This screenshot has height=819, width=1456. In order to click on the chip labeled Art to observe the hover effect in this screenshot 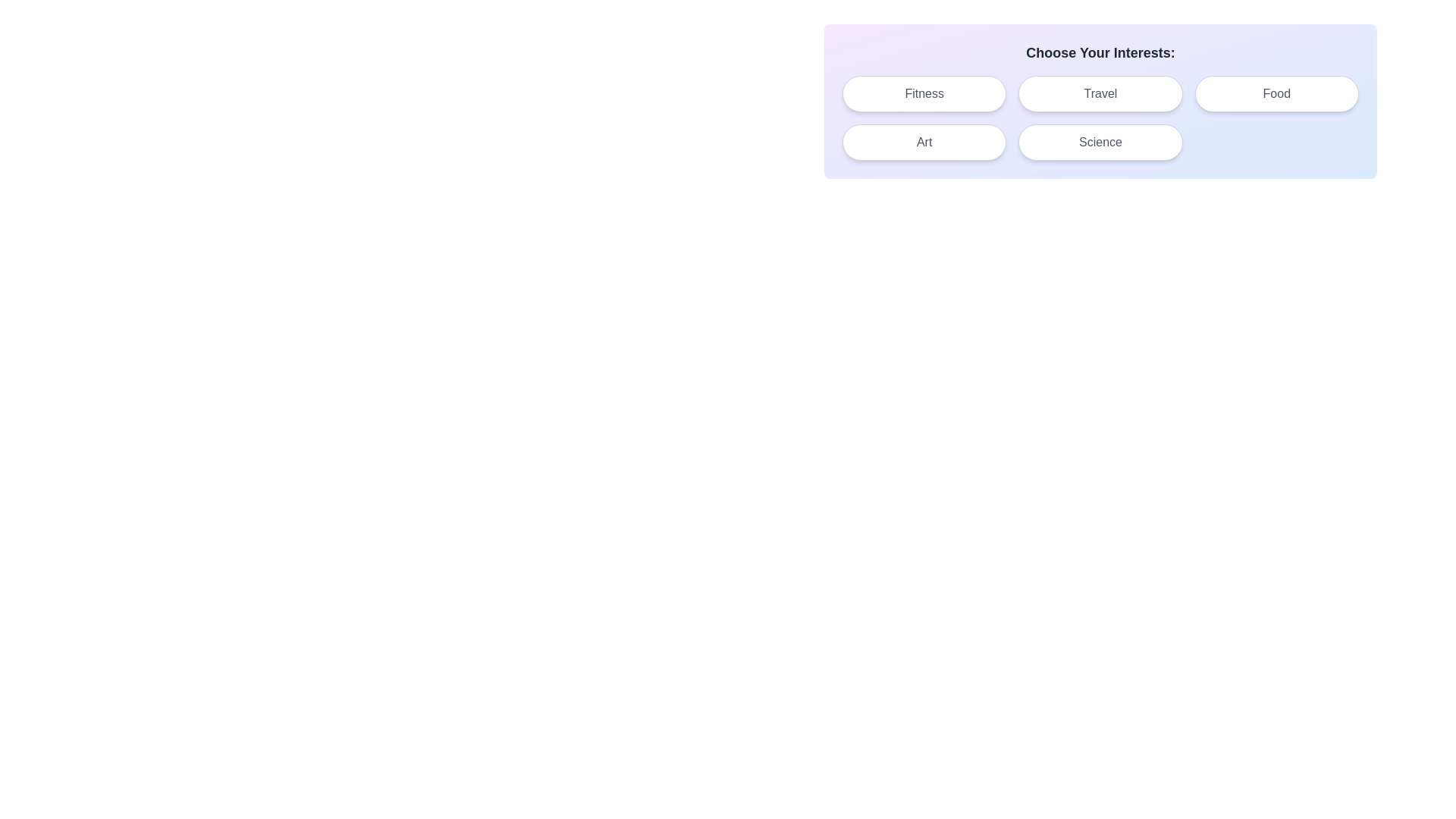, I will do `click(924, 143)`.